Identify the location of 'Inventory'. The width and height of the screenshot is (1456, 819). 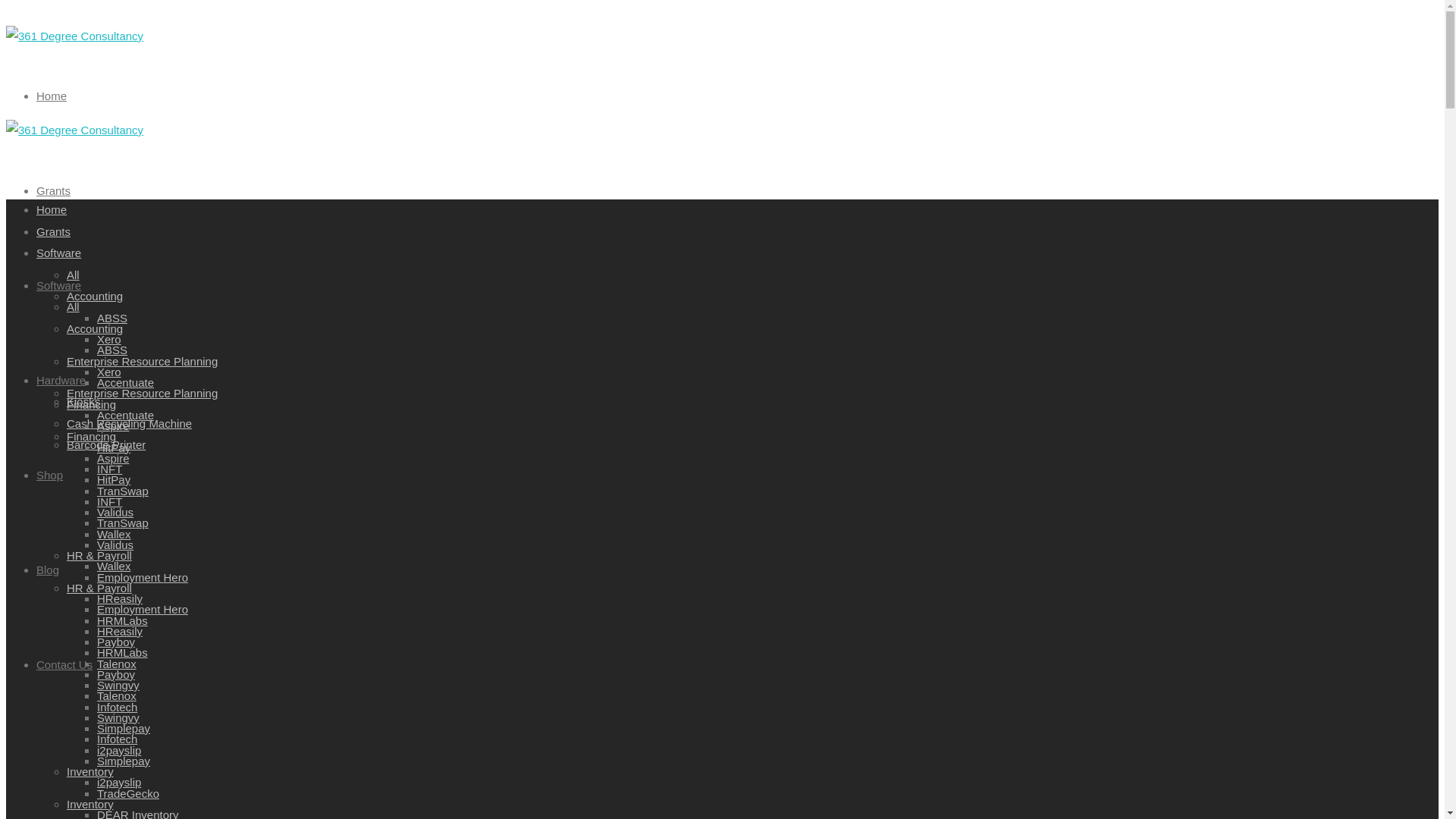
(65, 771).